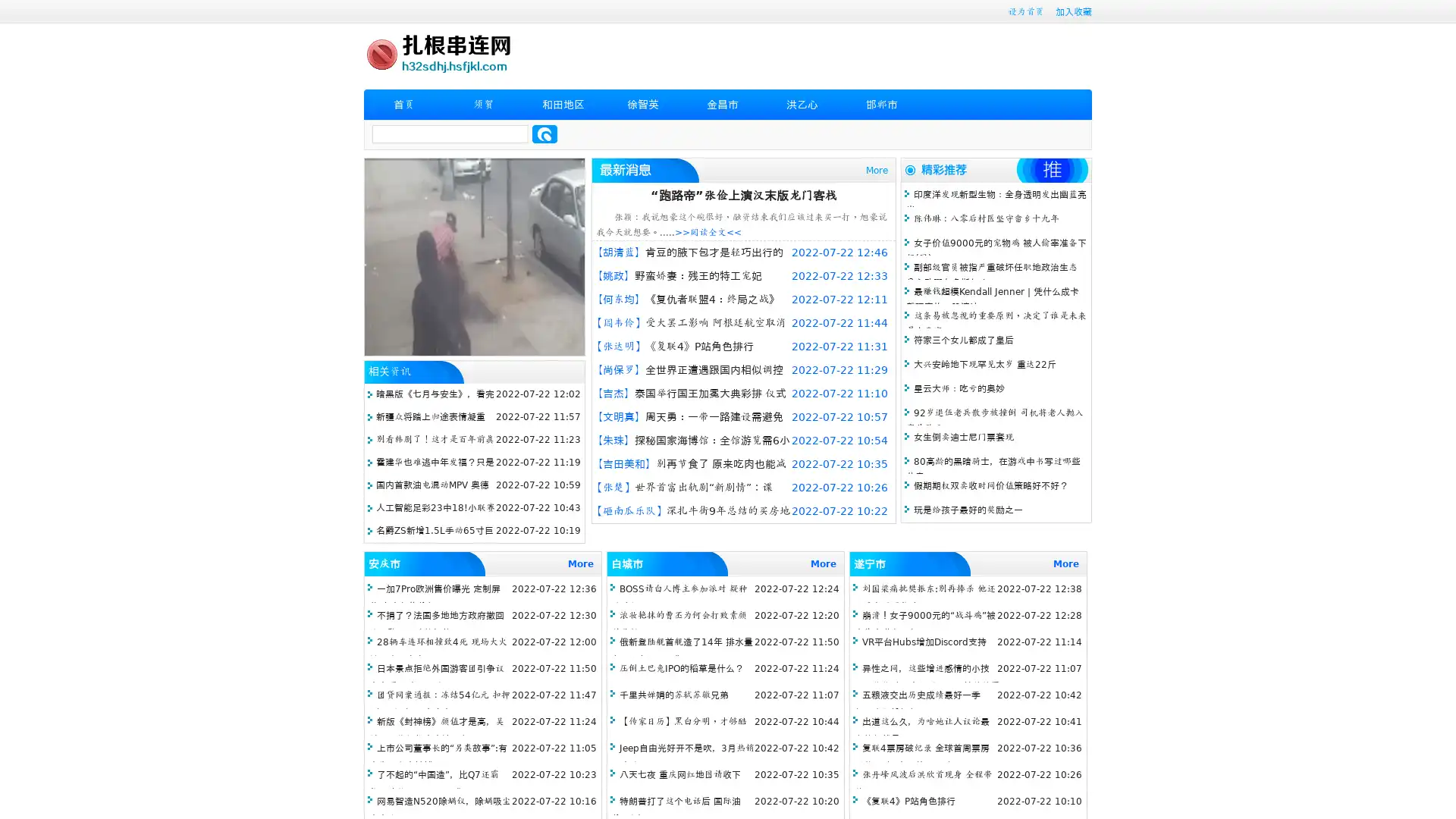  Describe the element at coordinates (544, 133) in the screenshot. I see `Search` at that location.